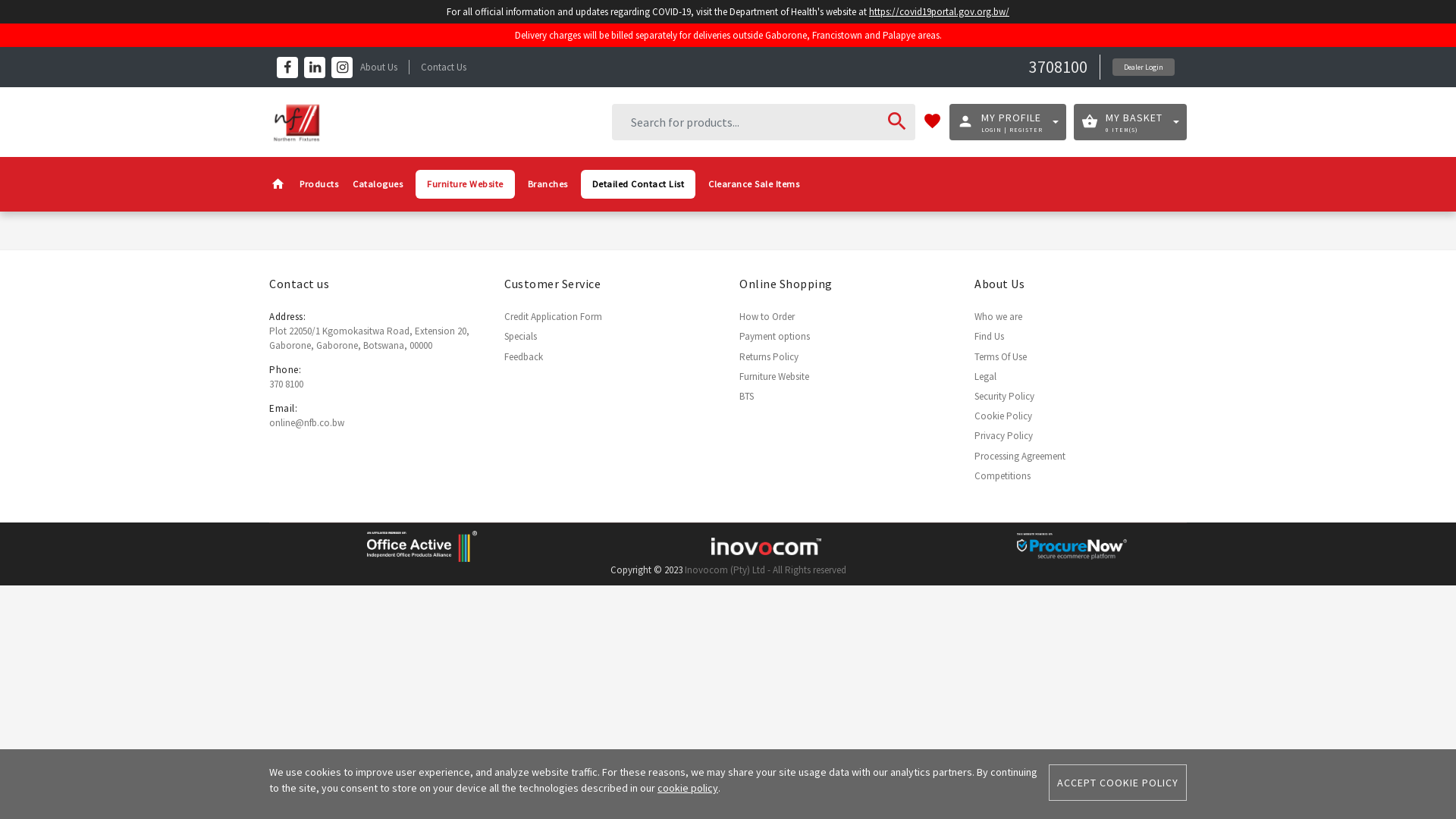 This screenshot has height=819, width=1456. Describe the element at coordinates (278, 184) in the screenshot. I see `'home'` at that location.